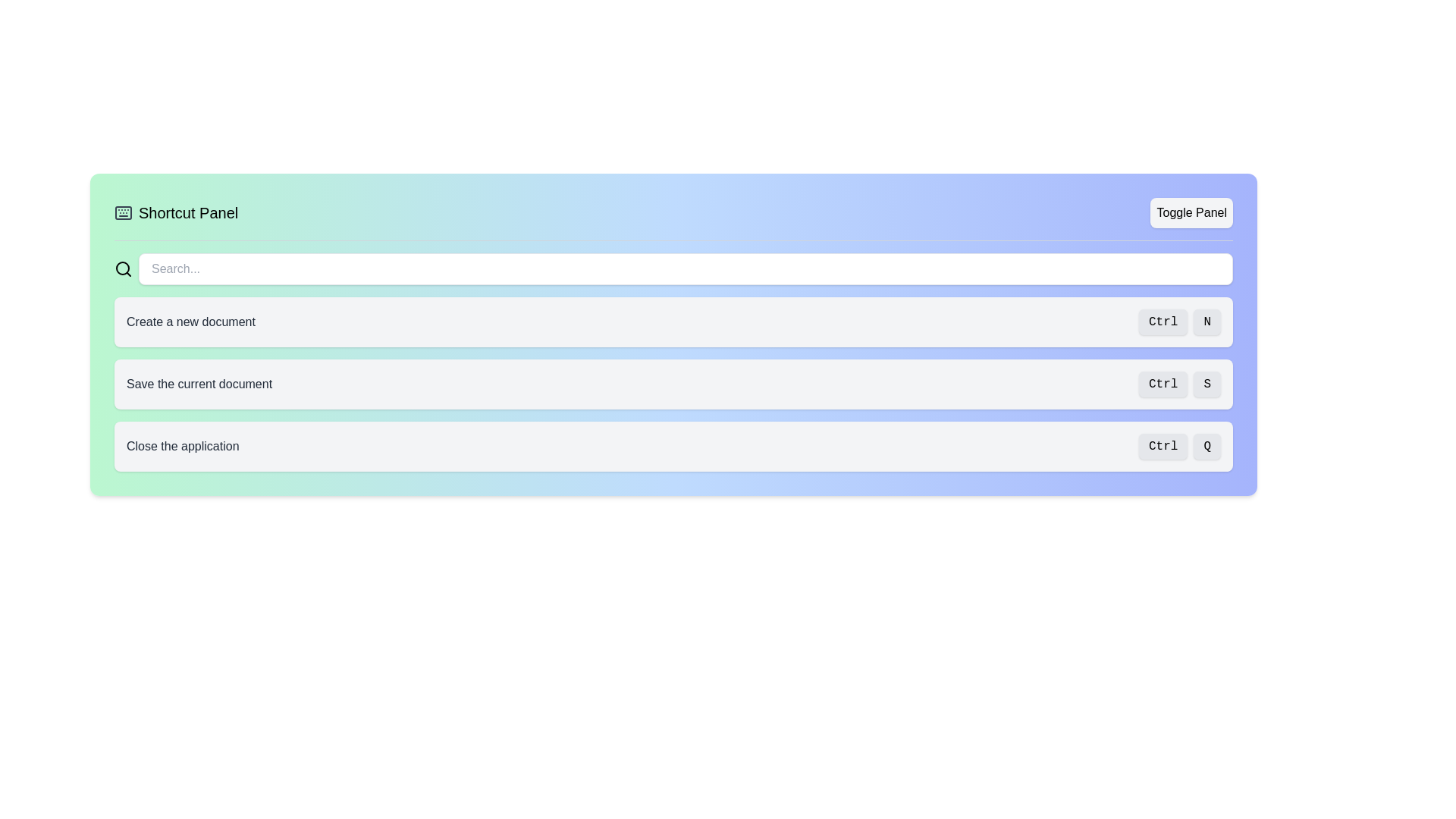  What do you see at coordinates (123, 268) in the screenshot?
I see `the central circular part of the magnifying glass icon, located to the left of the search input field in the Shortcut Panel` at bounding box center [123, 268].